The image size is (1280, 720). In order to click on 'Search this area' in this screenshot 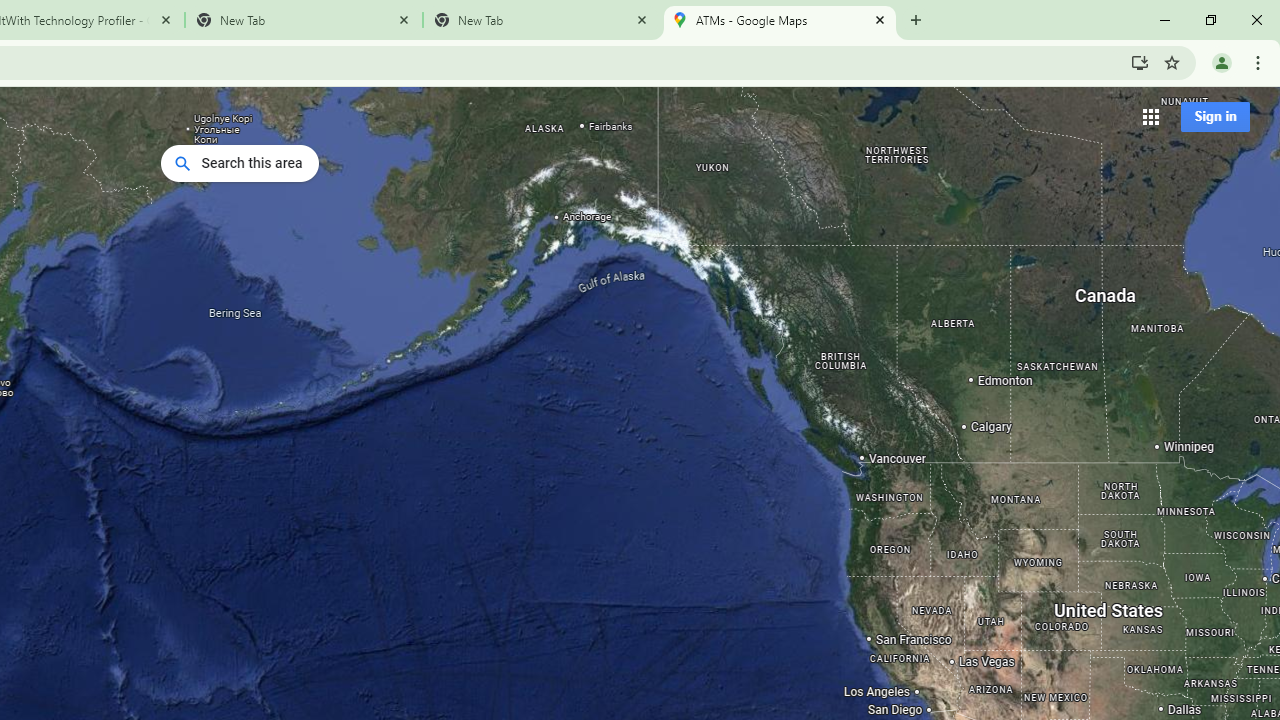, I will do `click(240, 162)`.